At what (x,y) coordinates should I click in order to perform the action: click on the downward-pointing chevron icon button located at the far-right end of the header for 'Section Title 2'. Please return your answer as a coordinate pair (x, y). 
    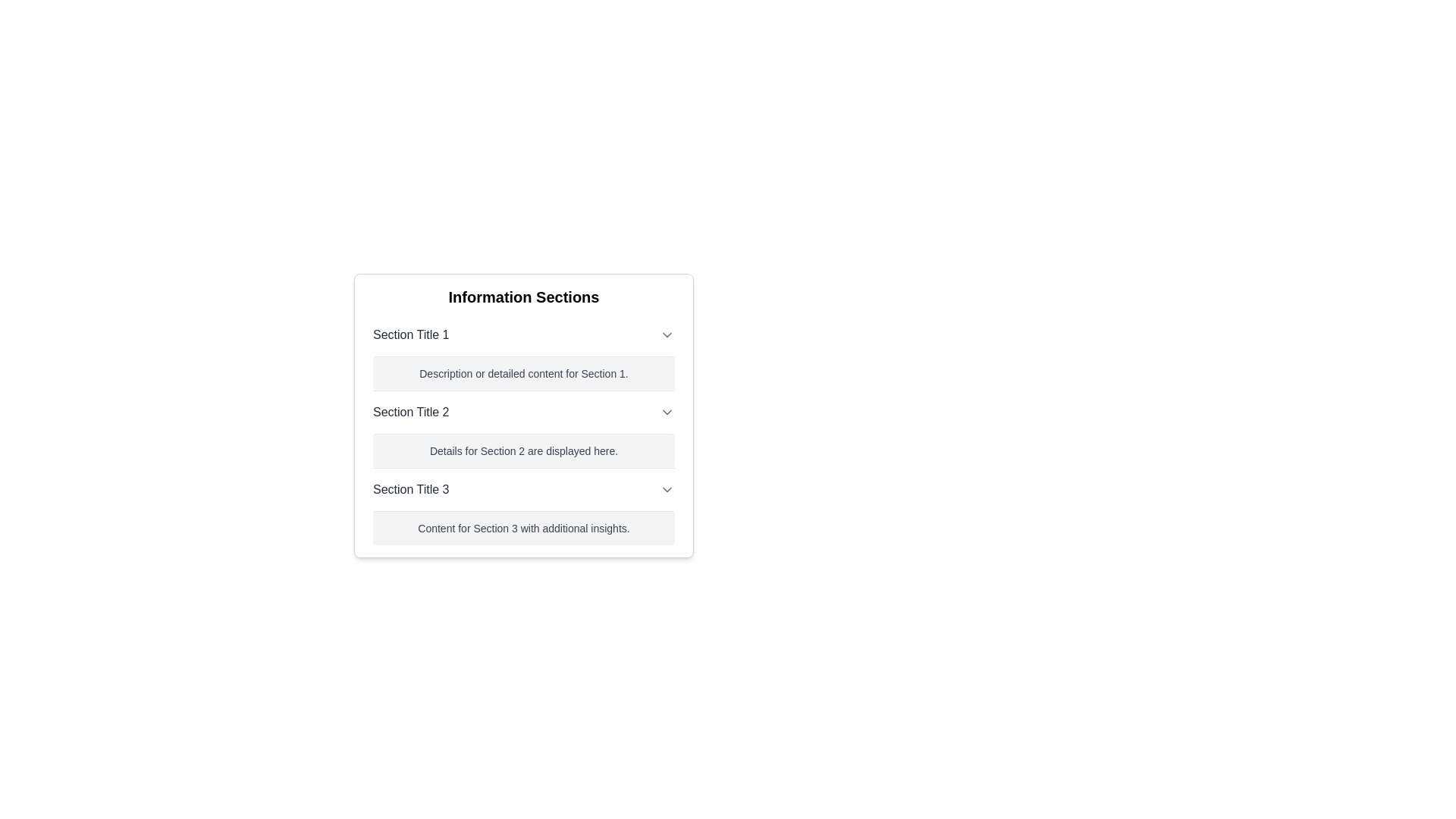
    Looking at the image, I should click on (667, 412).